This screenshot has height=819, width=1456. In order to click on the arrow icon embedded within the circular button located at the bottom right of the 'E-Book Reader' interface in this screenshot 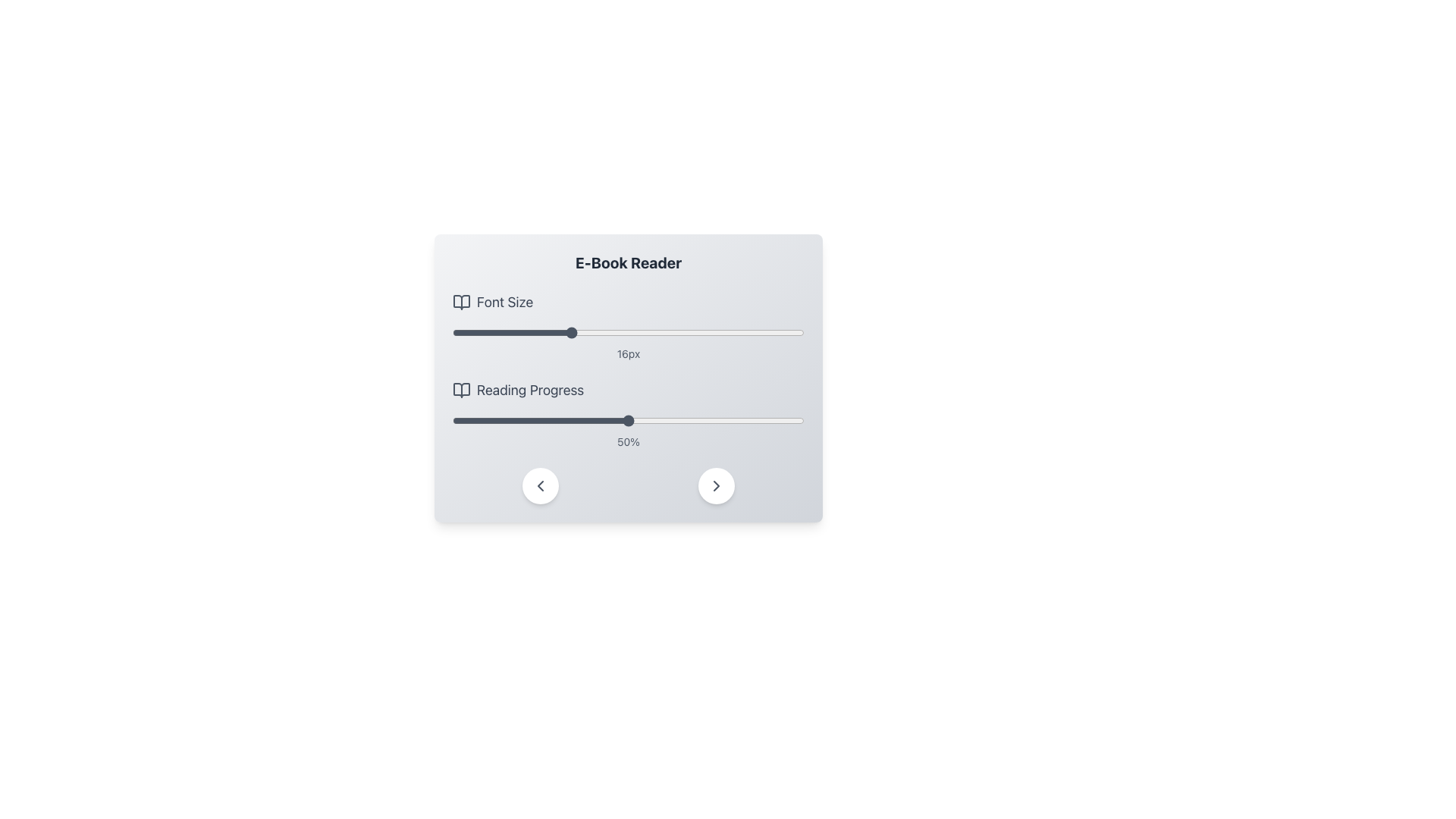, I will do `click(716, 485)`.